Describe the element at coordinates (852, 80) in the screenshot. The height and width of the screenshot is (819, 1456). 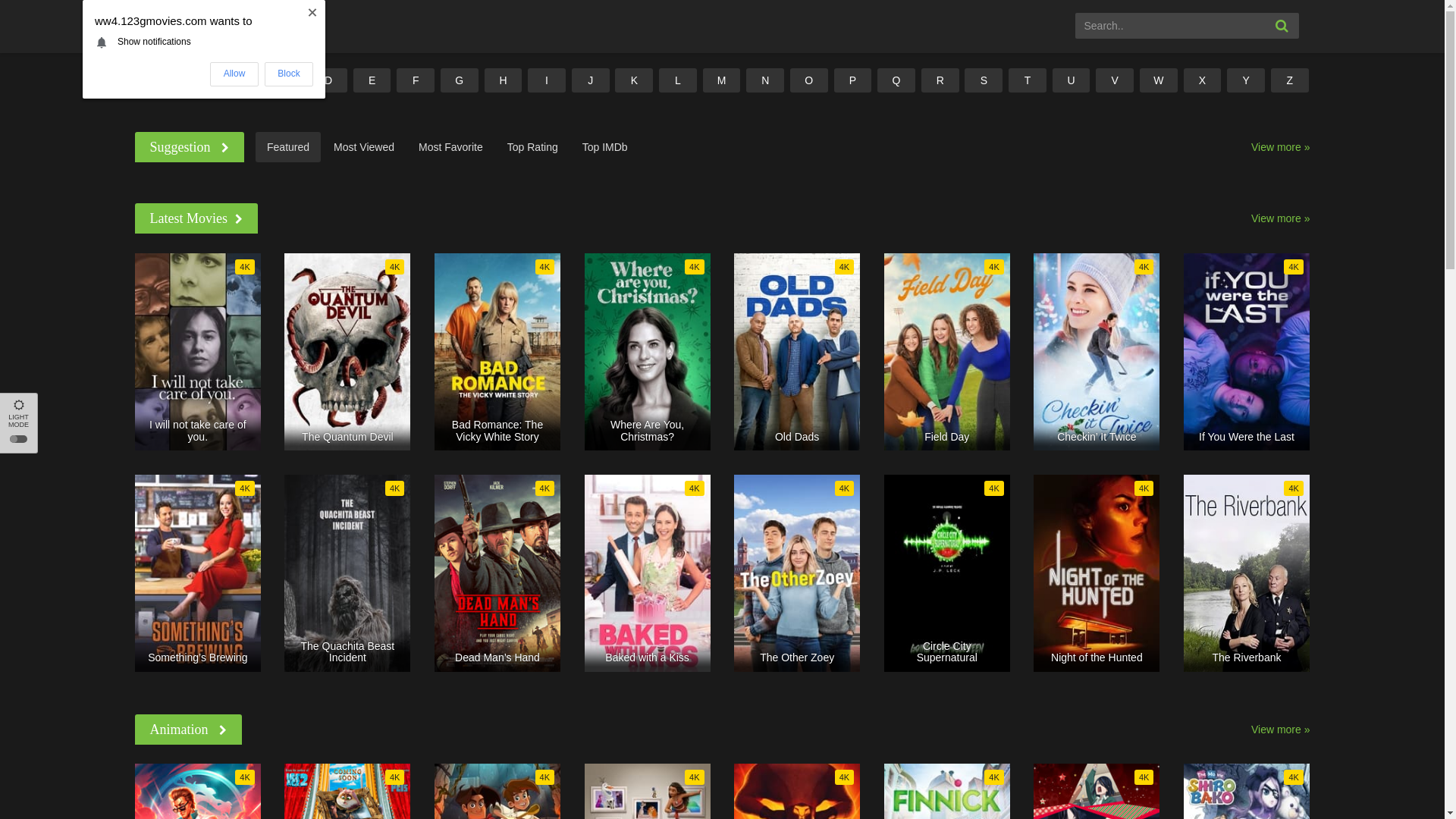
I see `'P'` at that location.